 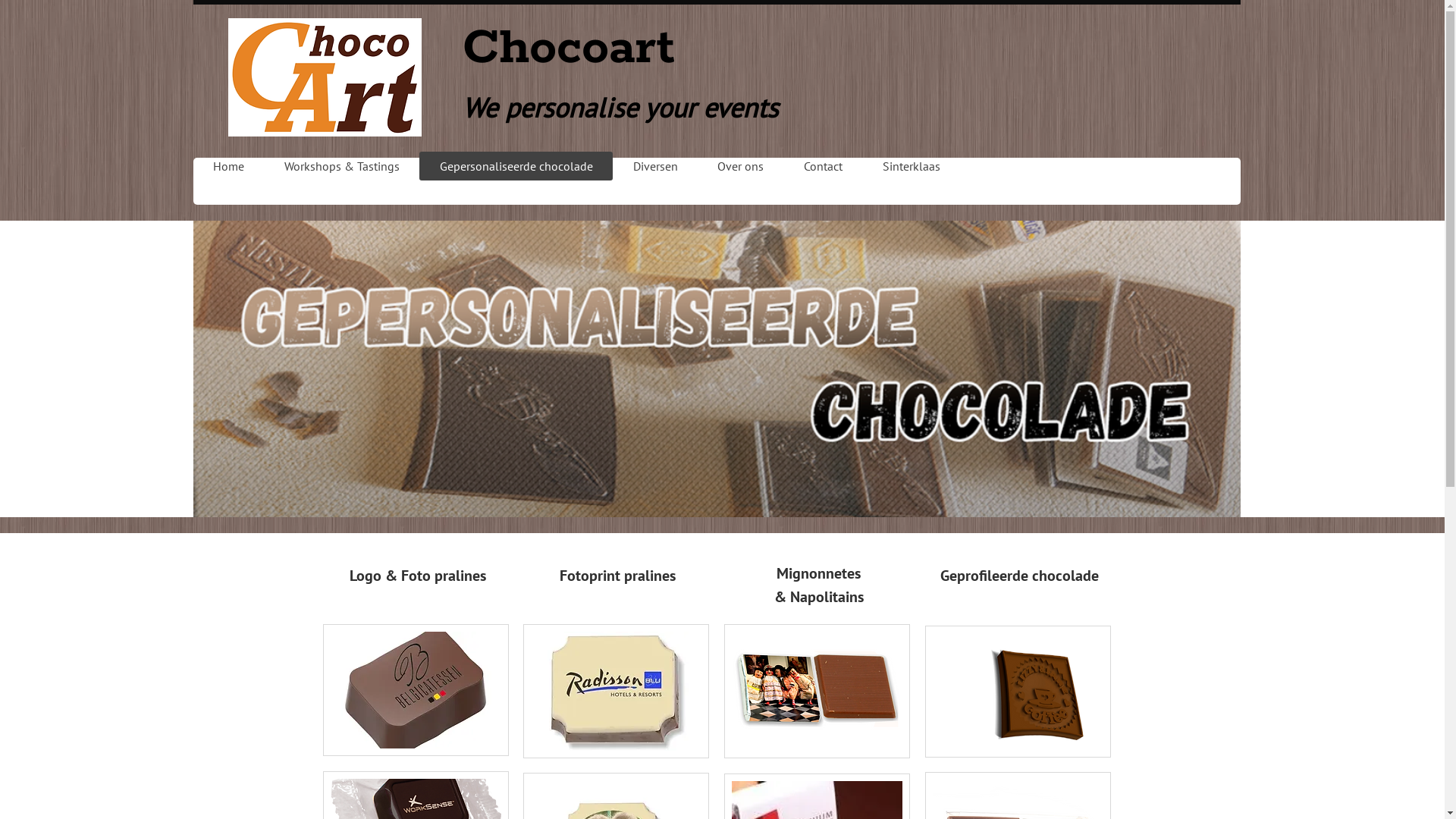 What do you see at coordinates (419, 166) in the screenshot?
I see `'Gepersonaliseerde chocolade'` at bounding box center [419, 166].